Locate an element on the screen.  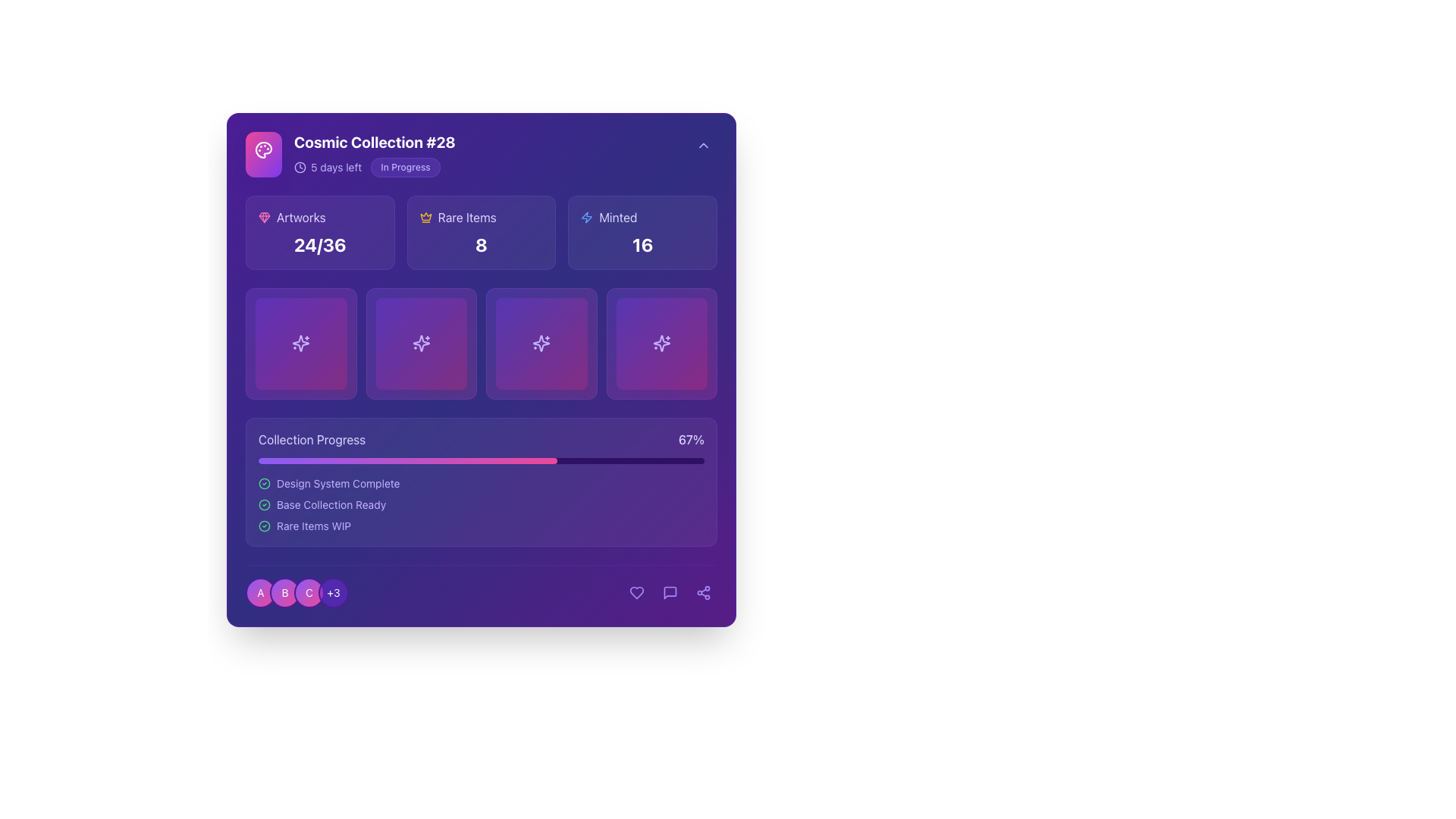
displayed numeric value '8' from the Text Display element located at the bottom-right corner of the 'Rare Items' card, which features a bold, large-sized white number on a dark purple background is located at coordinates (480, 244).